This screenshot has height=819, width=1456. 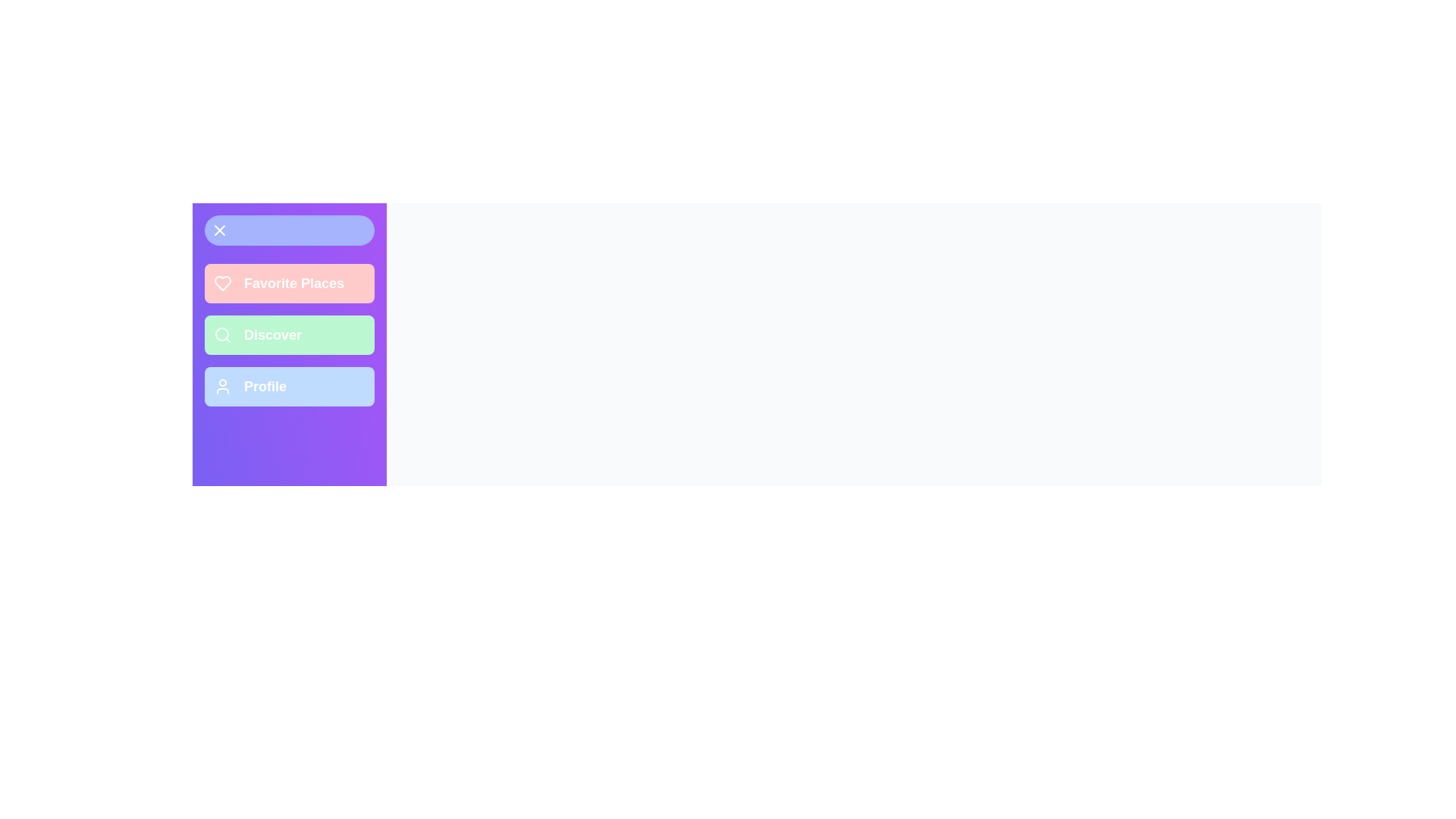 I want to click on the menu item labeled Profile, so click(x=290, y=385).